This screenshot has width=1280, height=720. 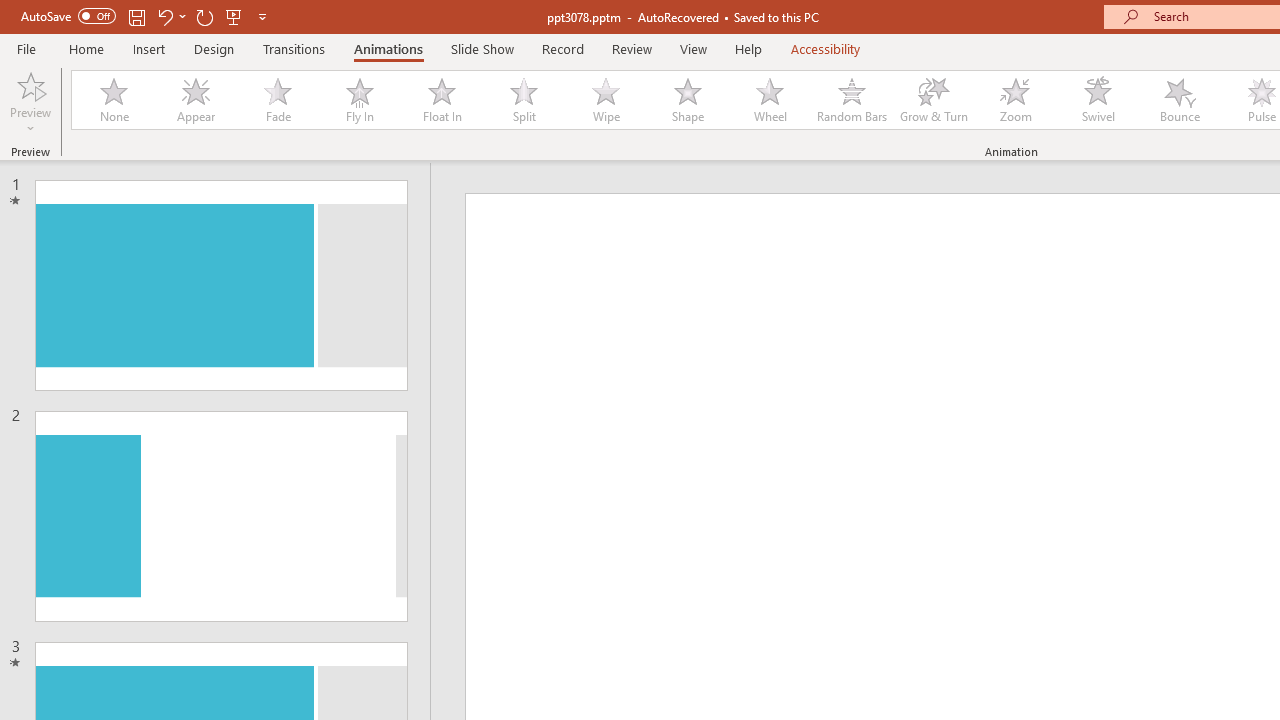 I want to click on 'Grow & Turn', so click(x=933, y=100).